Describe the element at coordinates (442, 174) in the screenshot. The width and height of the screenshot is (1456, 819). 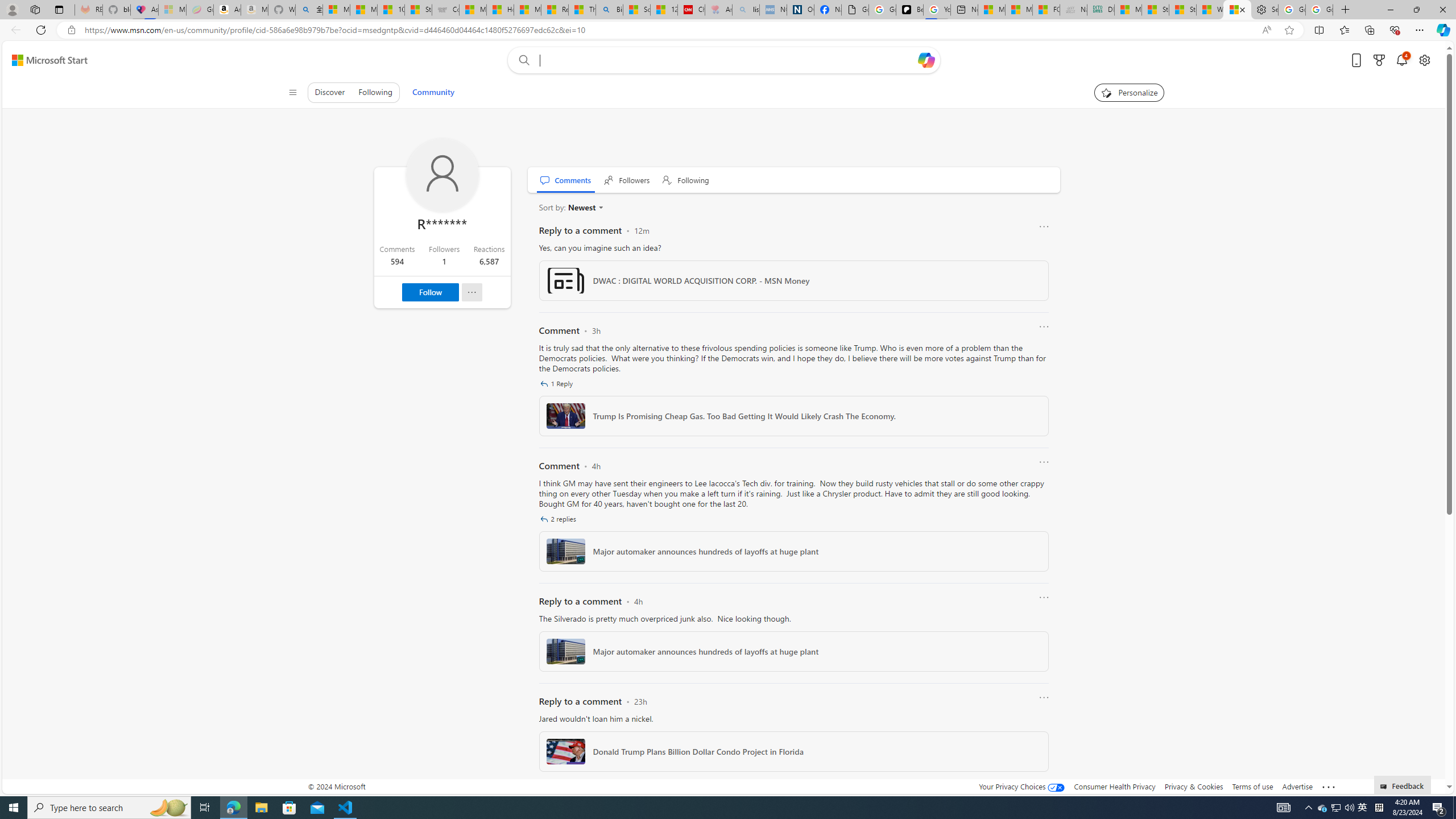
I see `'Profile Picture'` at that location.